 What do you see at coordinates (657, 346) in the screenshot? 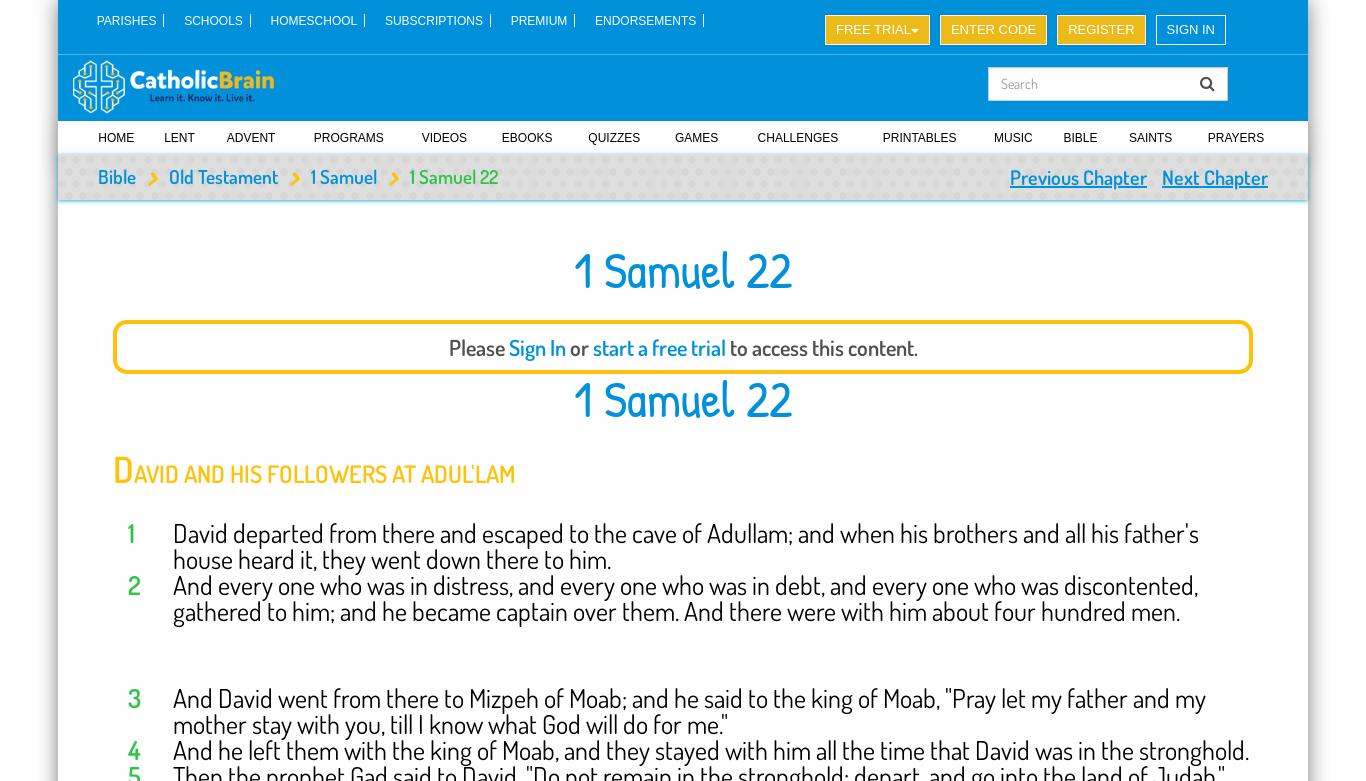
I see `'start a free trial'` at bounding box center [657, 346].